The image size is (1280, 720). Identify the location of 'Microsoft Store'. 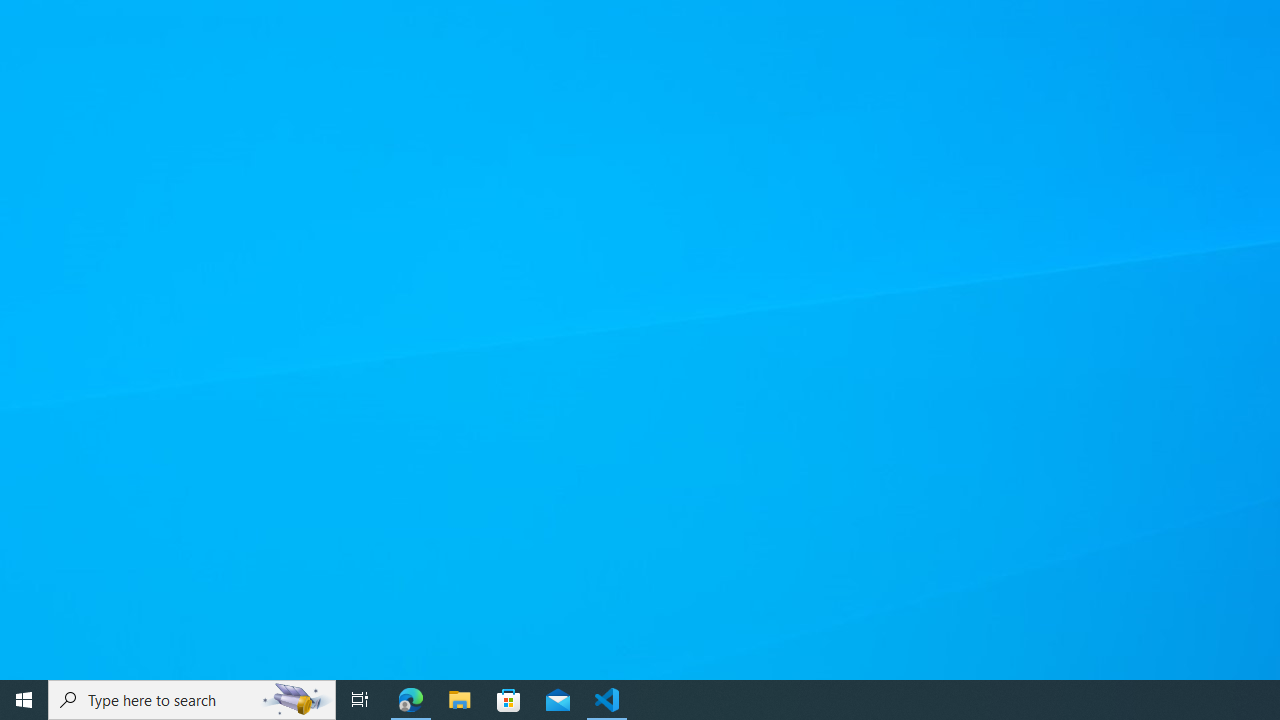
(509, 698).